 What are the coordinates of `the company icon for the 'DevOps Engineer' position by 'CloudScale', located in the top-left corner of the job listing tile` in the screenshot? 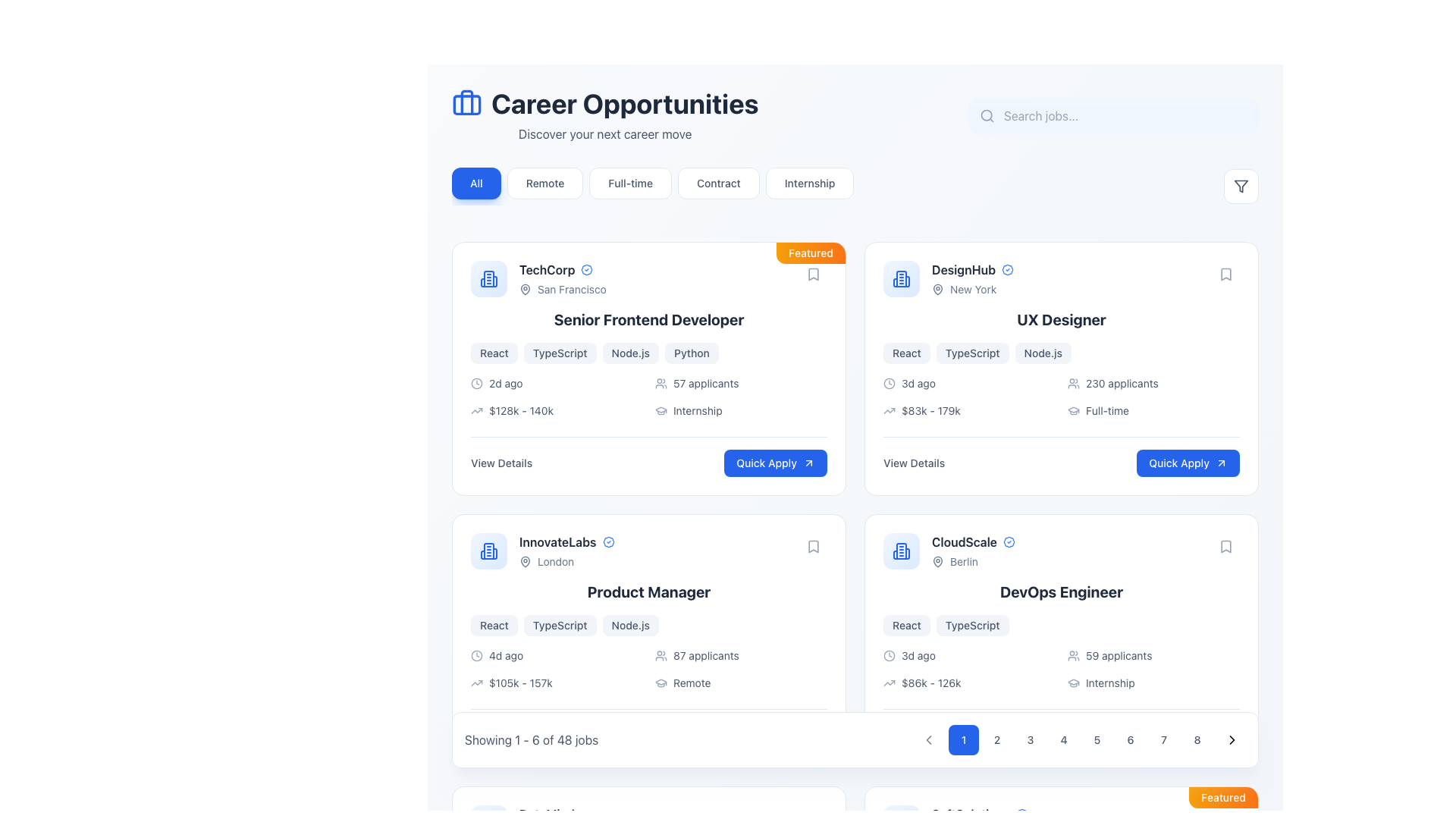 It's located at (902, 551).